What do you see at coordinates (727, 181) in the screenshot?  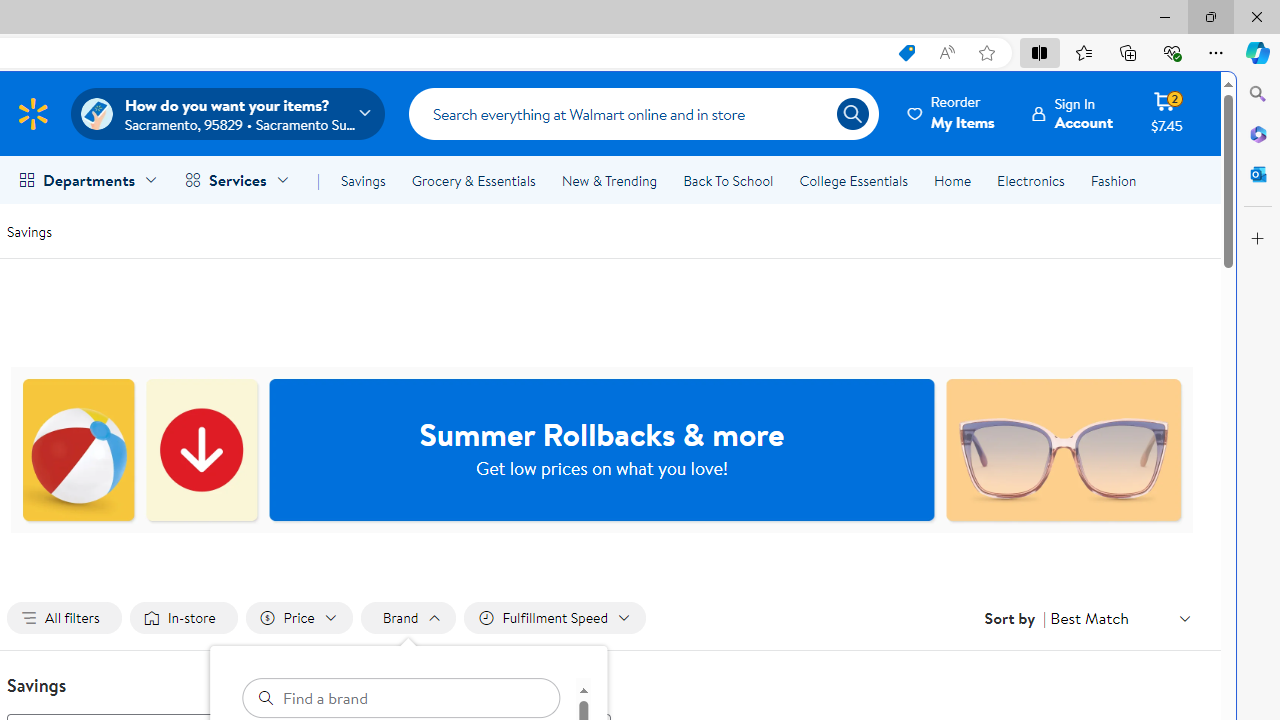 I see `'Back To School'` at bounding box center [727, 181].